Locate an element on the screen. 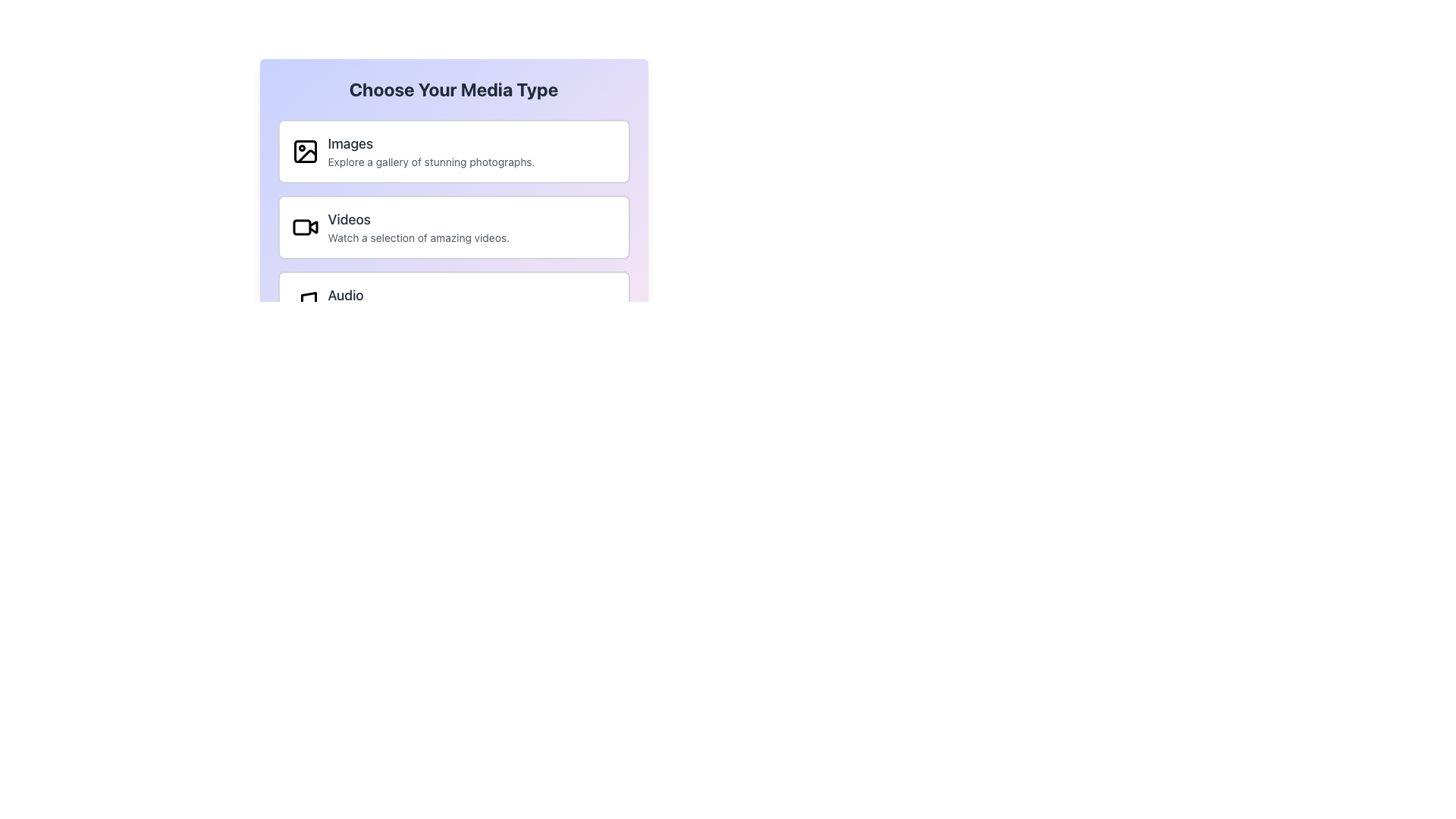 This screenshot has width=1456, height=819. the triangular play icon located within the 'Videos' option in the media type list, which is part of a video camera icon is located at coordinates (312, 227).